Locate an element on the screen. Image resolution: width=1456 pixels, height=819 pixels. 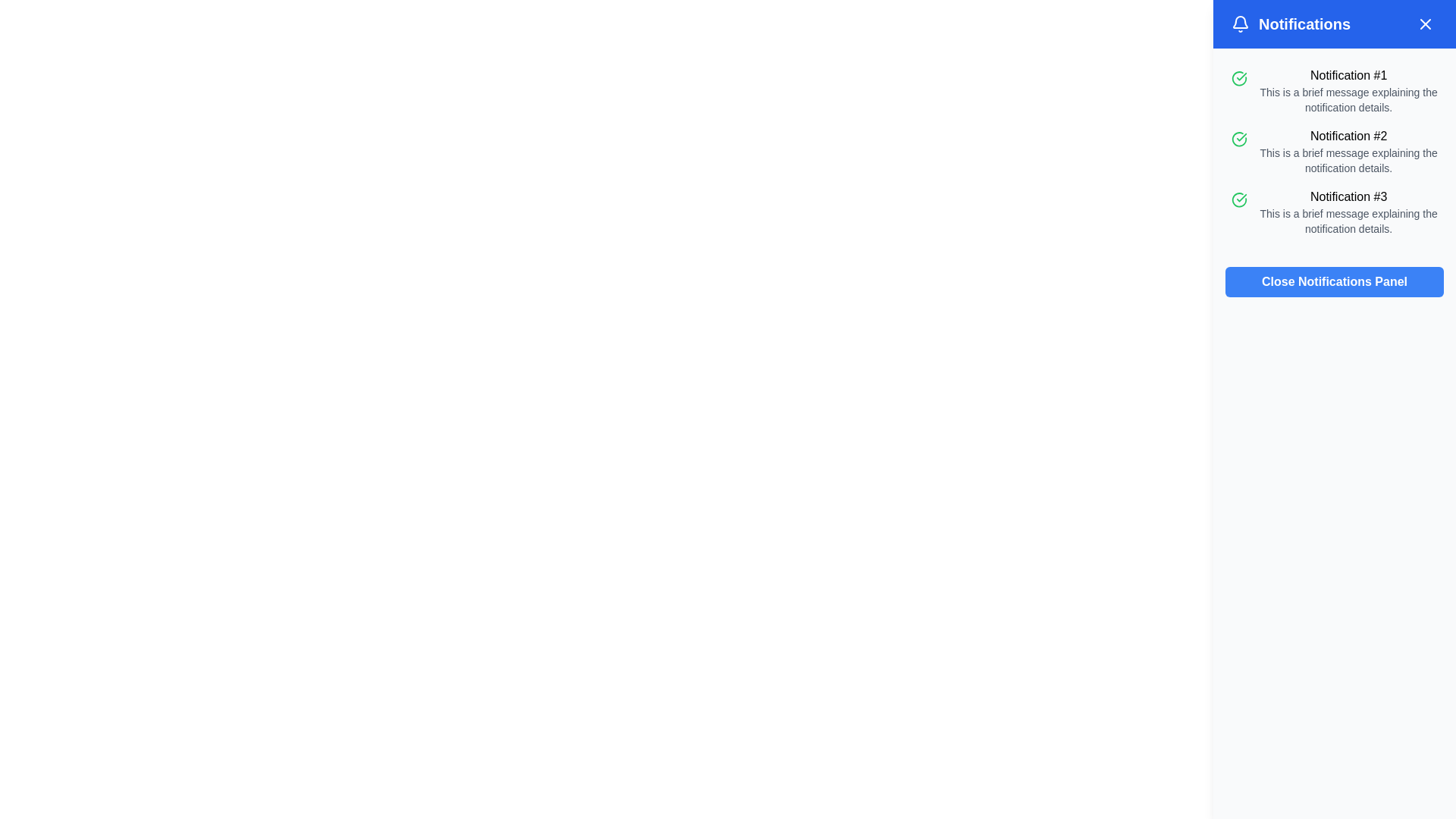
the notification entry titled 'Notification #3' with the message 'This is a brief message explaining the notification details.' which includes a green checkmark icon on its left is located at coordinates (1335, 212).